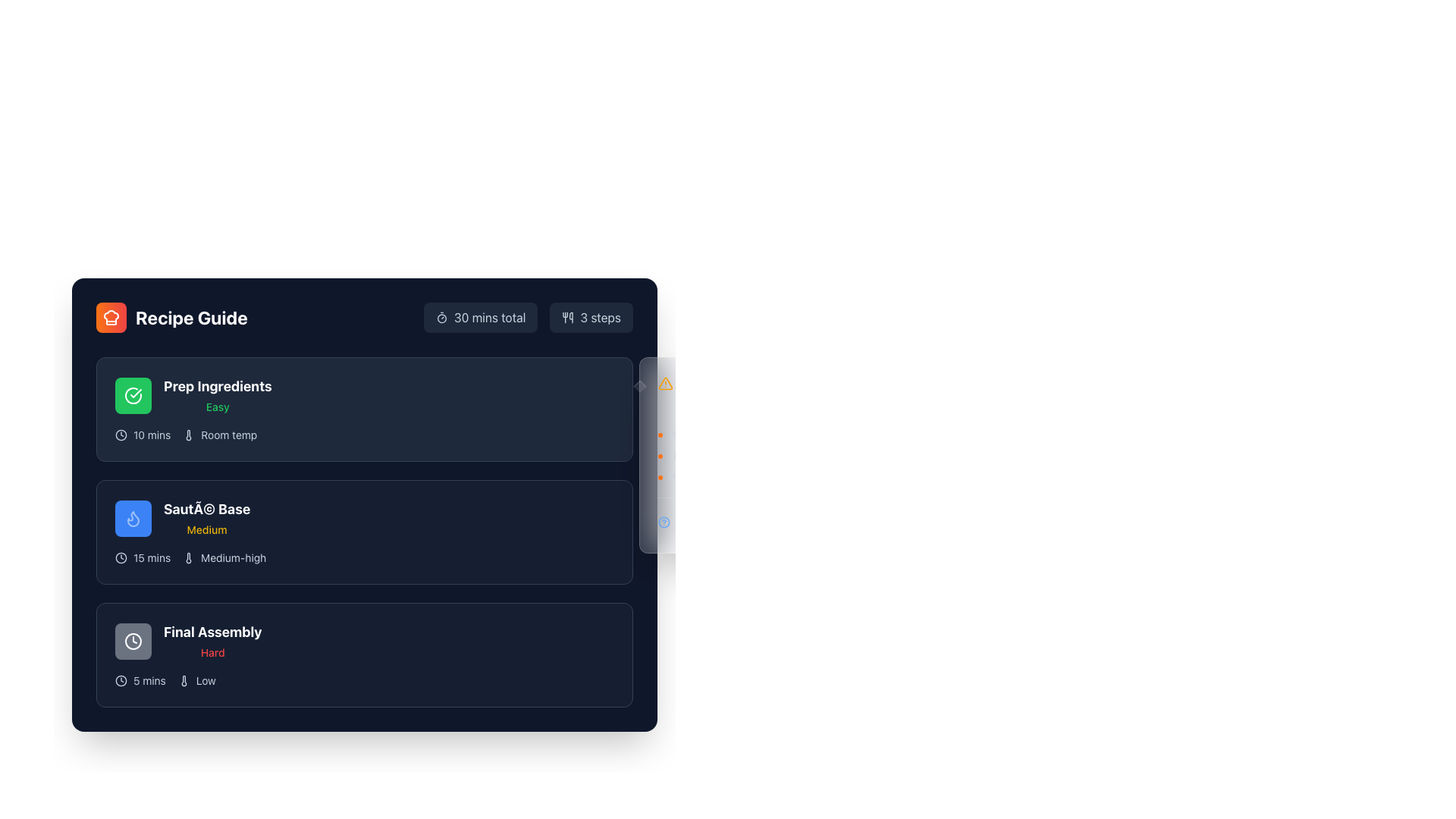 The image size is (1456, 819). I want to click on the Recipe Guide icon button located at the top-left corner of the Recipe Guide panel, adjacent to the 'Recipe Guide' text, so click(111, 317).